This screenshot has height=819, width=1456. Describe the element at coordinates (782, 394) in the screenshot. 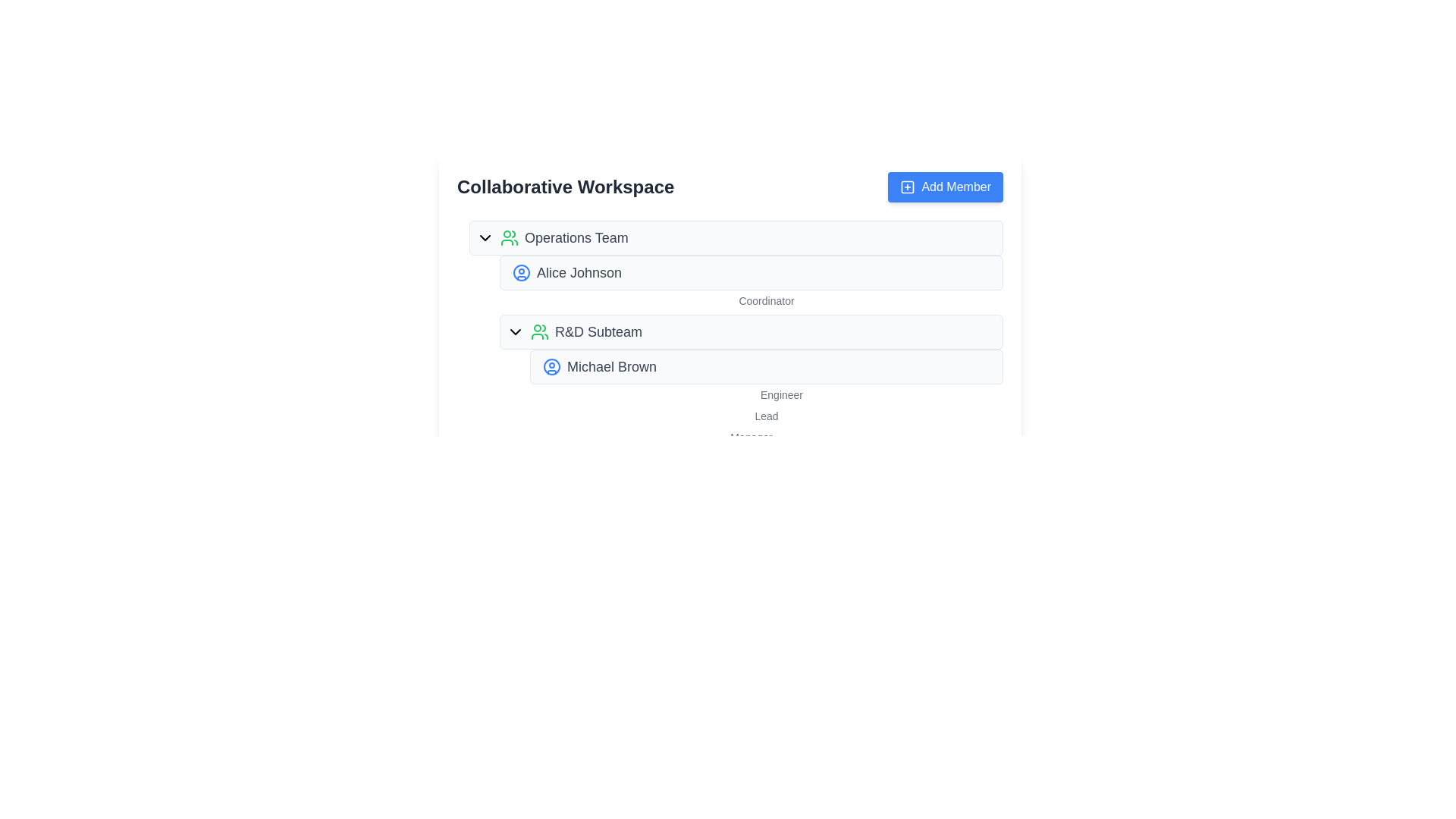

I see `the static text label displaying the job title 'Engineer' located beneath the name 'Michael Brown' in the R&D Subteam section` at that location.